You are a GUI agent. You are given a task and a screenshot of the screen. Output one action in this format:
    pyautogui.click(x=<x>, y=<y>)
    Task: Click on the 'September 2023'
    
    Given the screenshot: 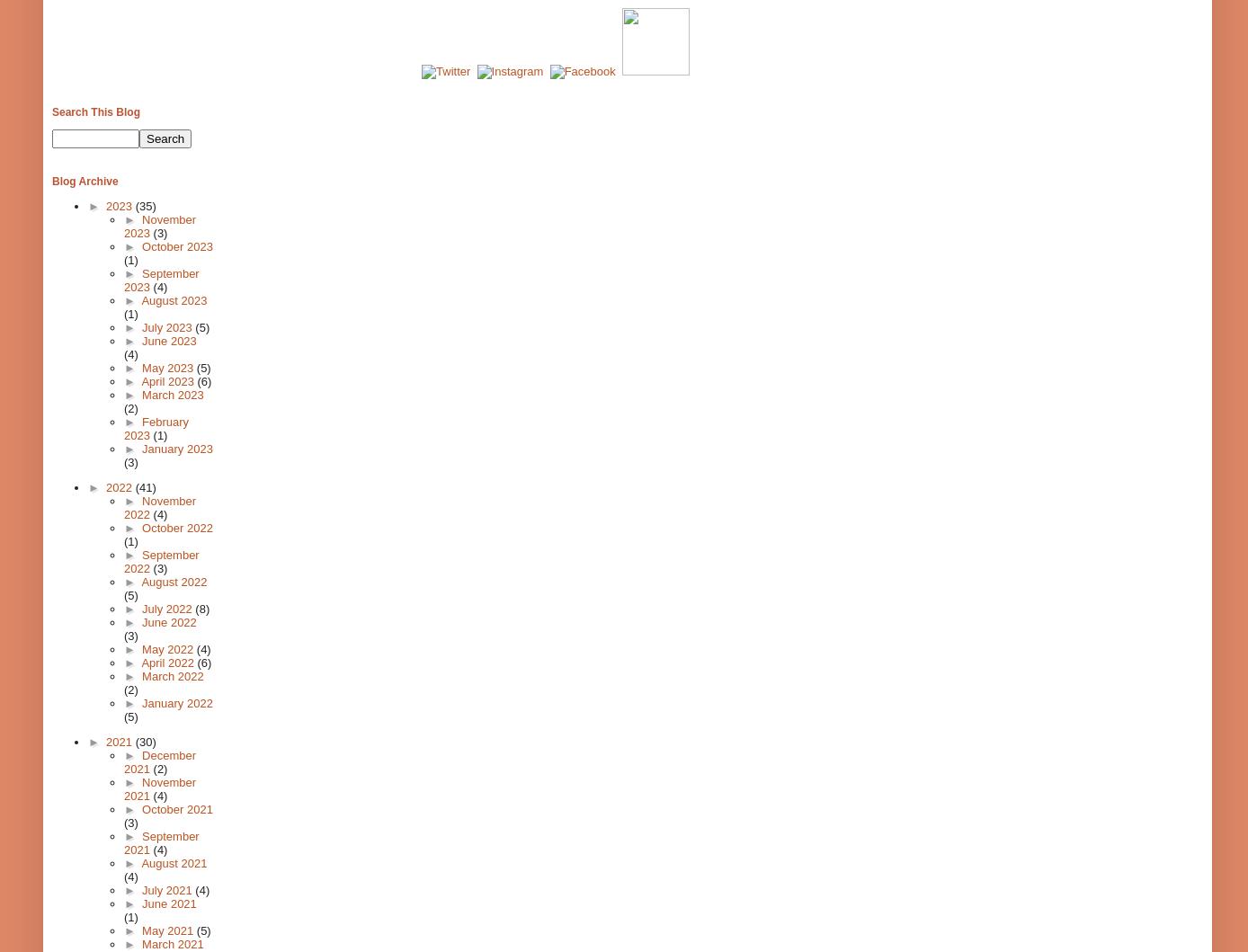 What is the action you would take?
    pyautogui.click(x=160, y=280)
    